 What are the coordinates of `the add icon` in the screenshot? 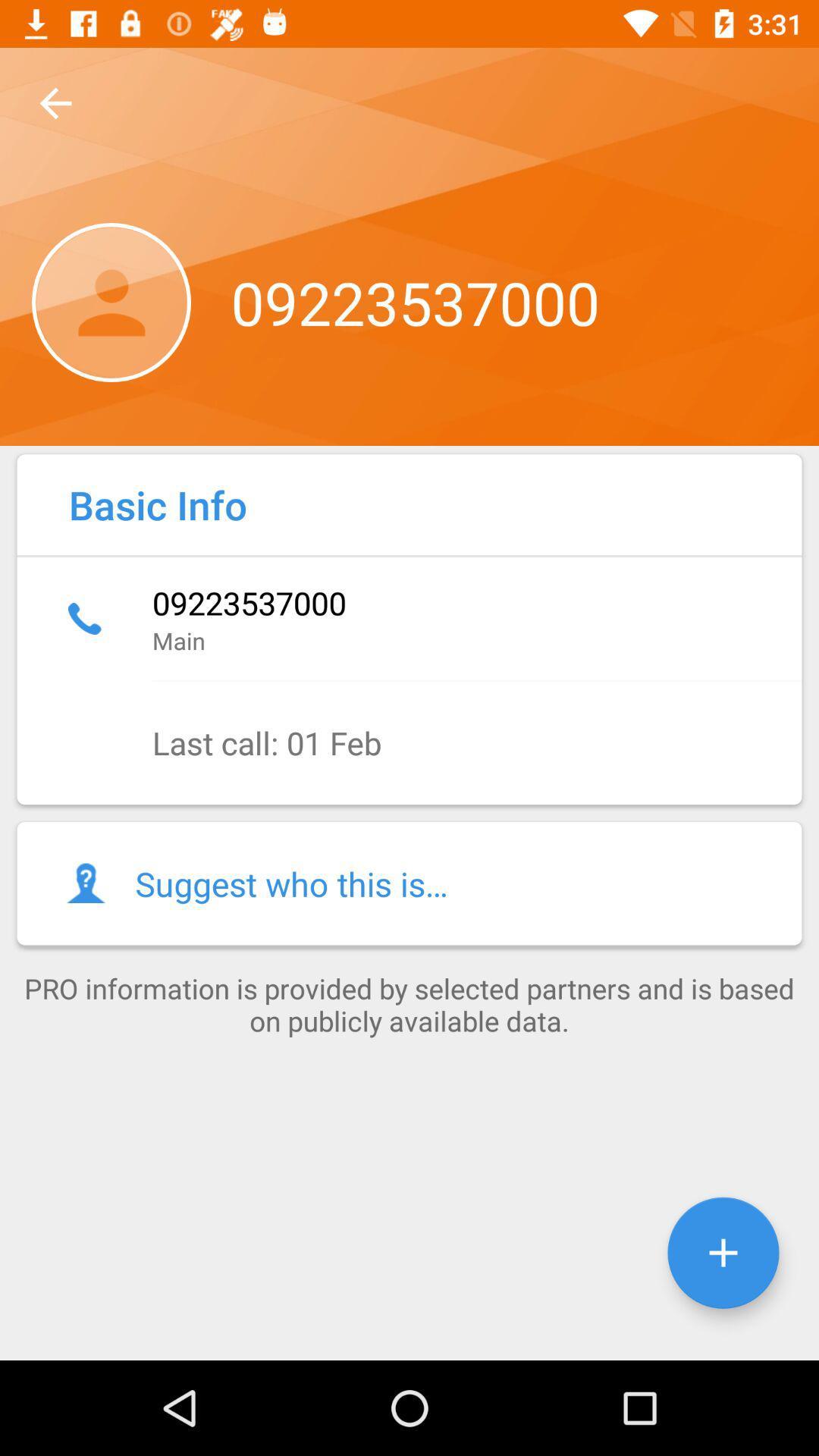 It's located at (722, 1253).